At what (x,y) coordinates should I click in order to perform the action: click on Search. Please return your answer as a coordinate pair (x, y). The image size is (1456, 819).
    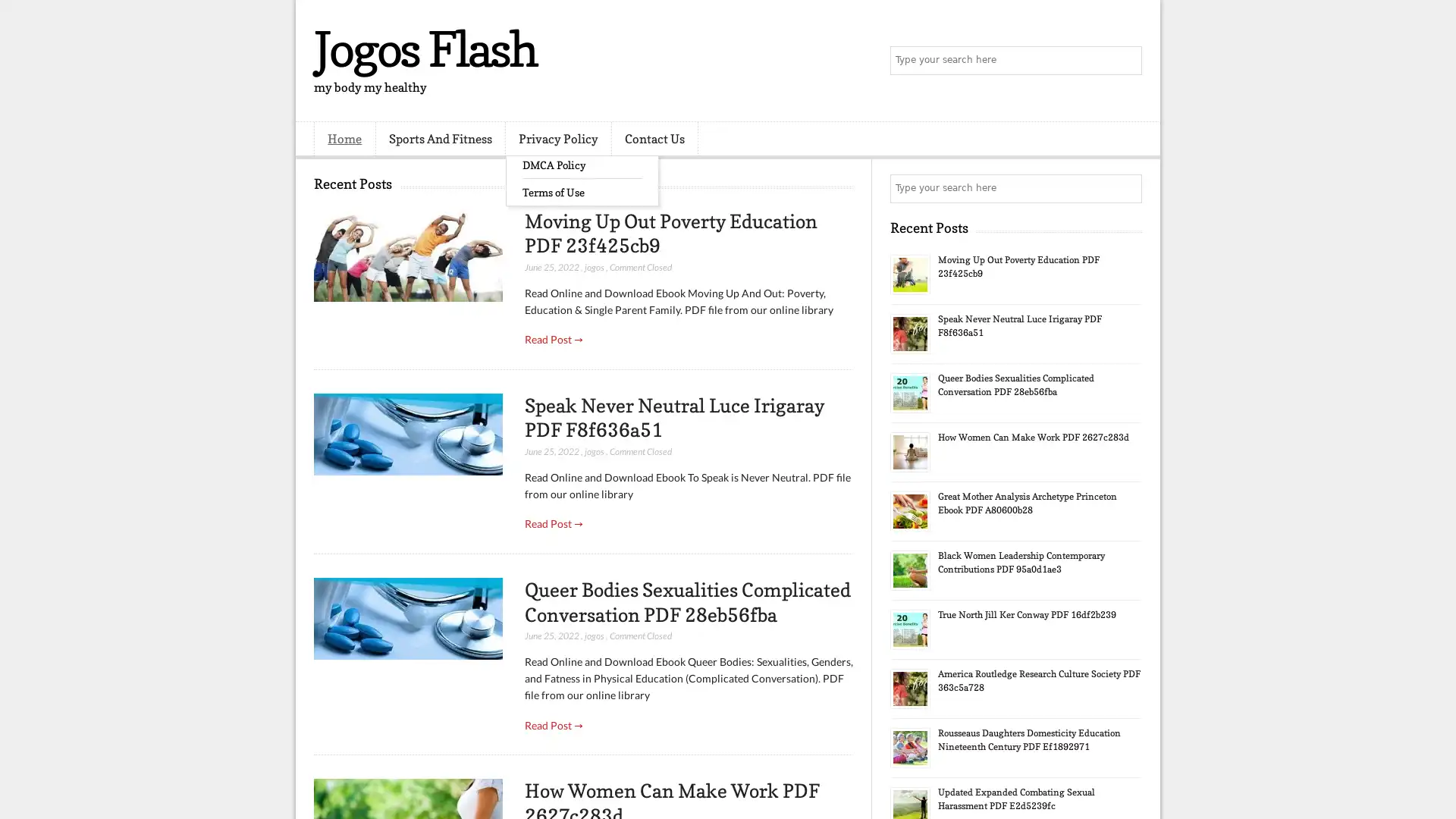
    Looking at the image, I should click on (1126, 188).